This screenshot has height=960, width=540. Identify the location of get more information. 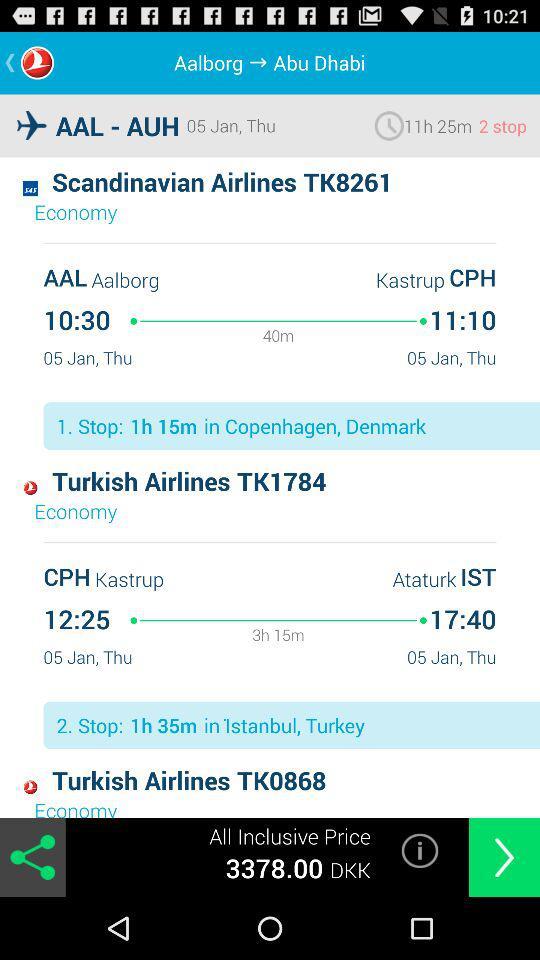
(419, 849).